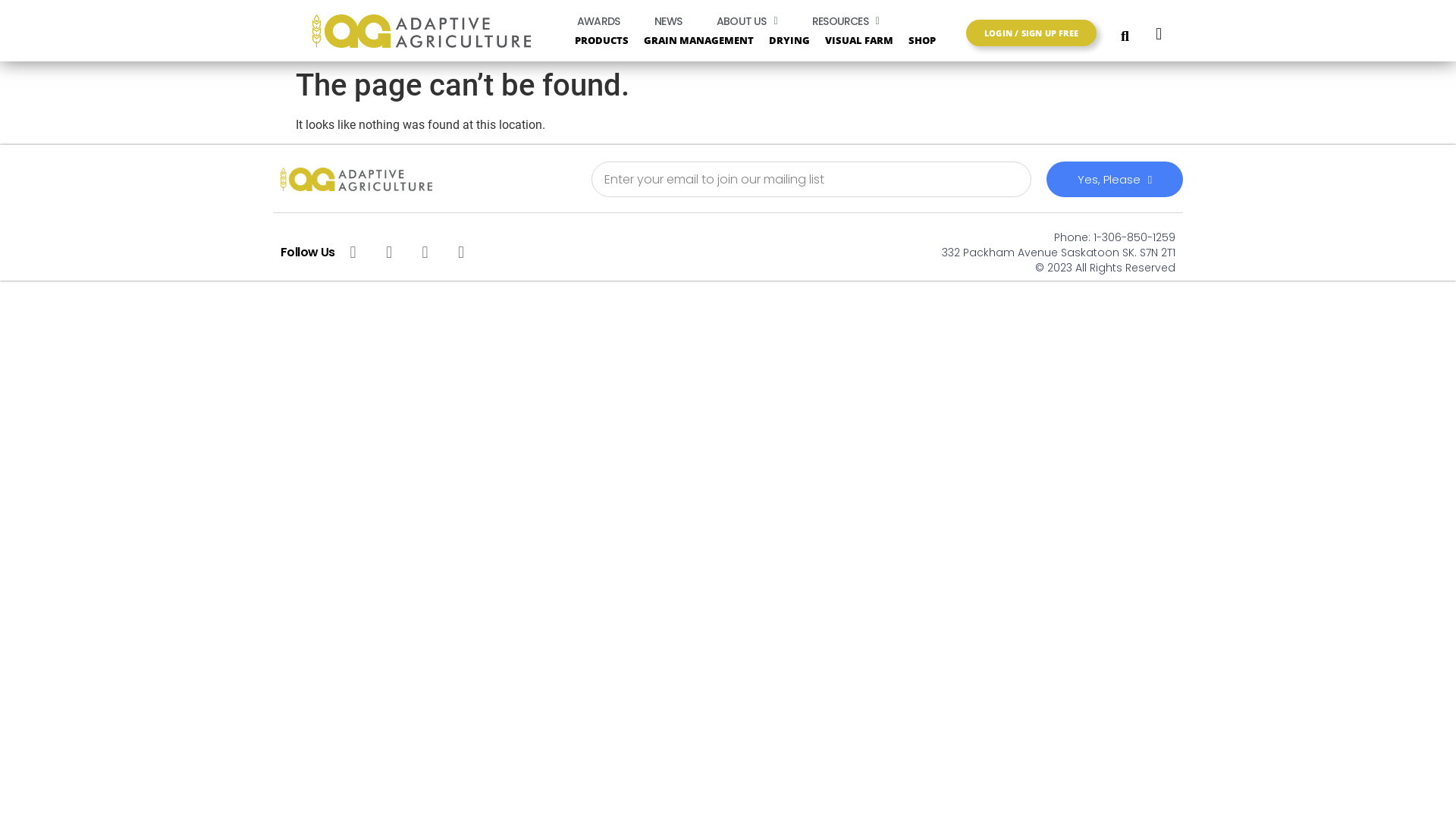 The height and width of the screenshot is (819, 1456). Describe the element at coordinates (789, 39) in the screenshot. I see `'DRYING'` at that location.